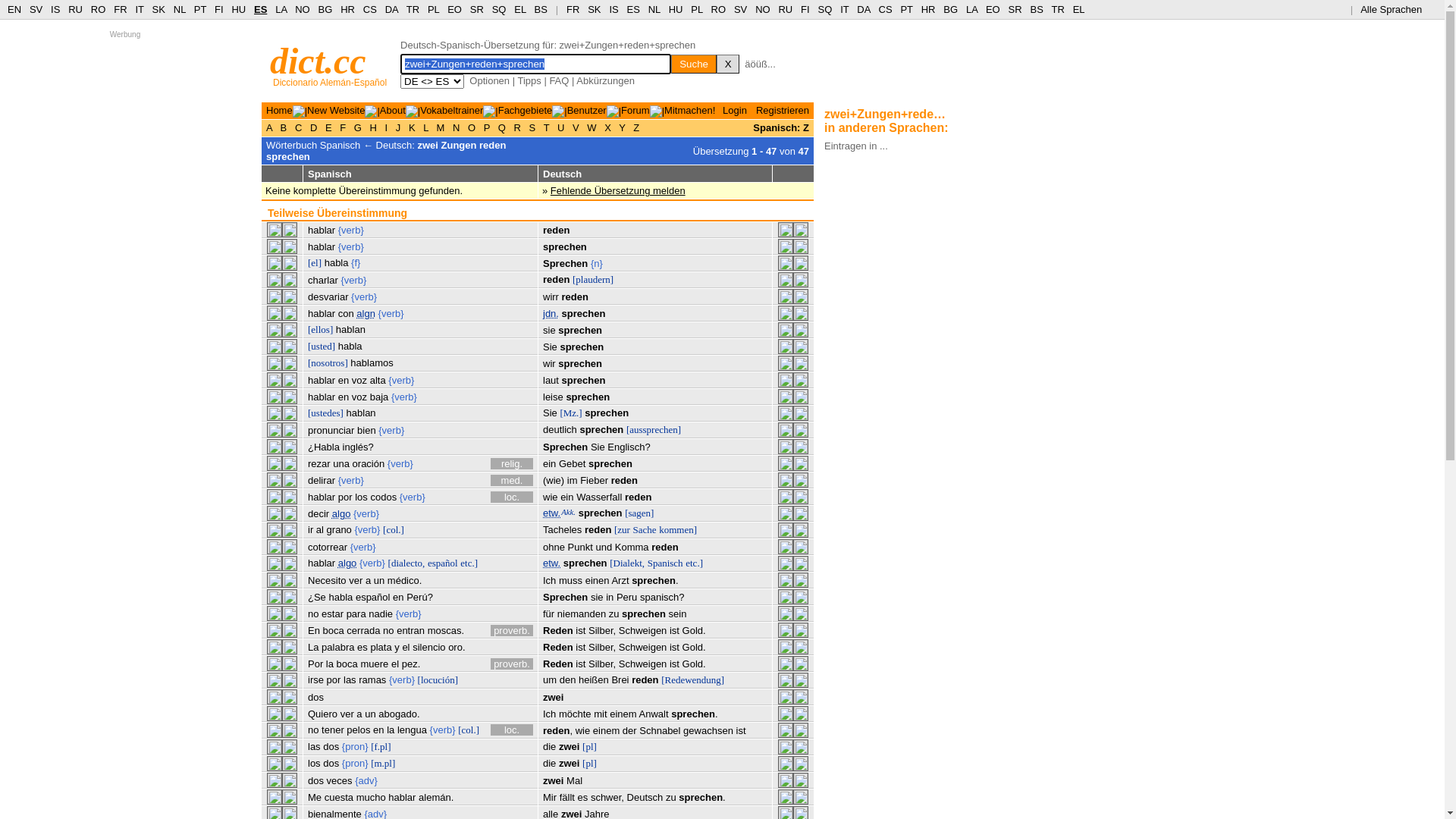  Describe the element at coordinates (593, 480) in the screenshot. I see `'Fieber'` at that location.